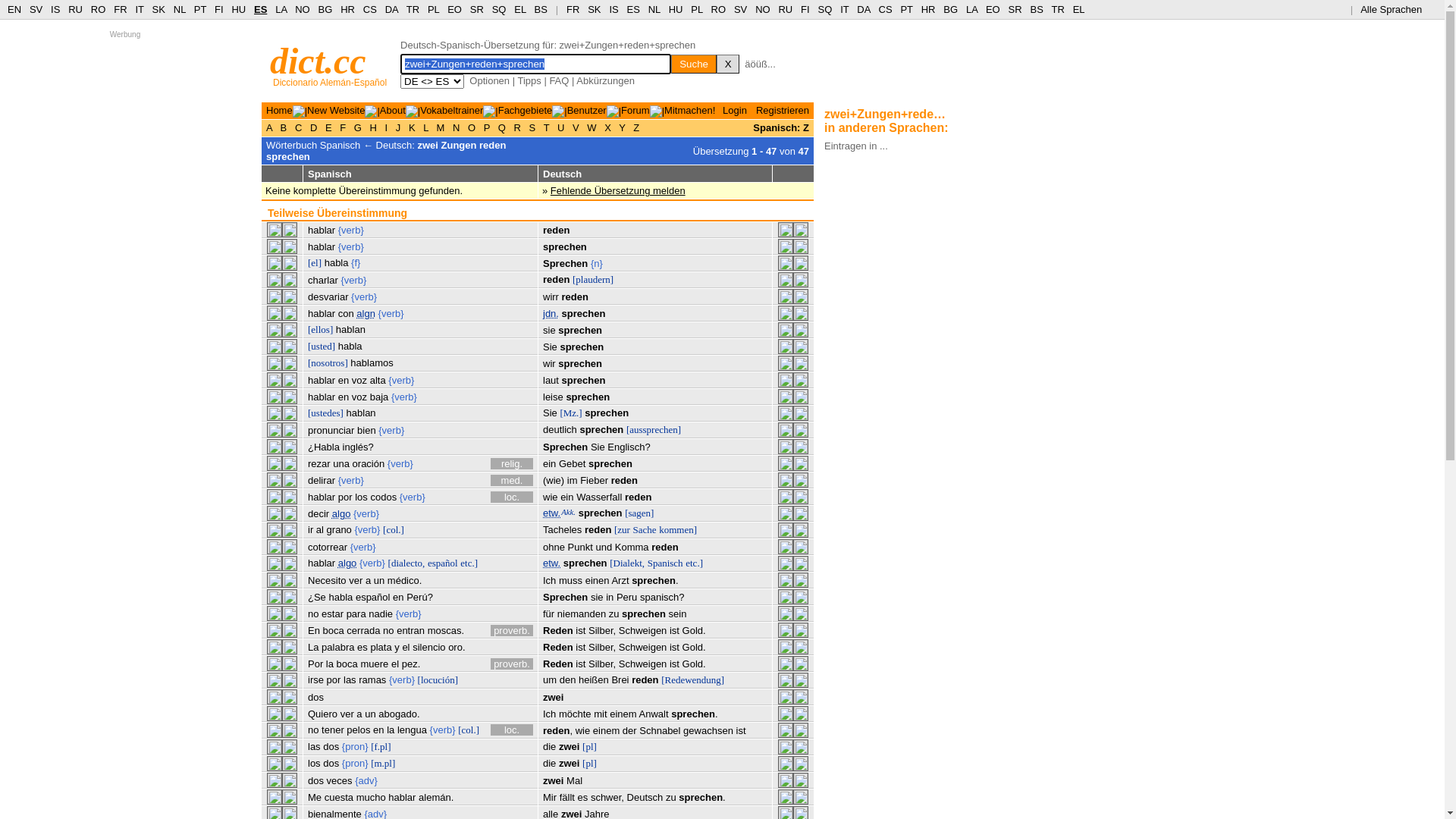  Describe the element at coordinates (593, 480) in the screenshot. I see `'Fieber'` at that location.